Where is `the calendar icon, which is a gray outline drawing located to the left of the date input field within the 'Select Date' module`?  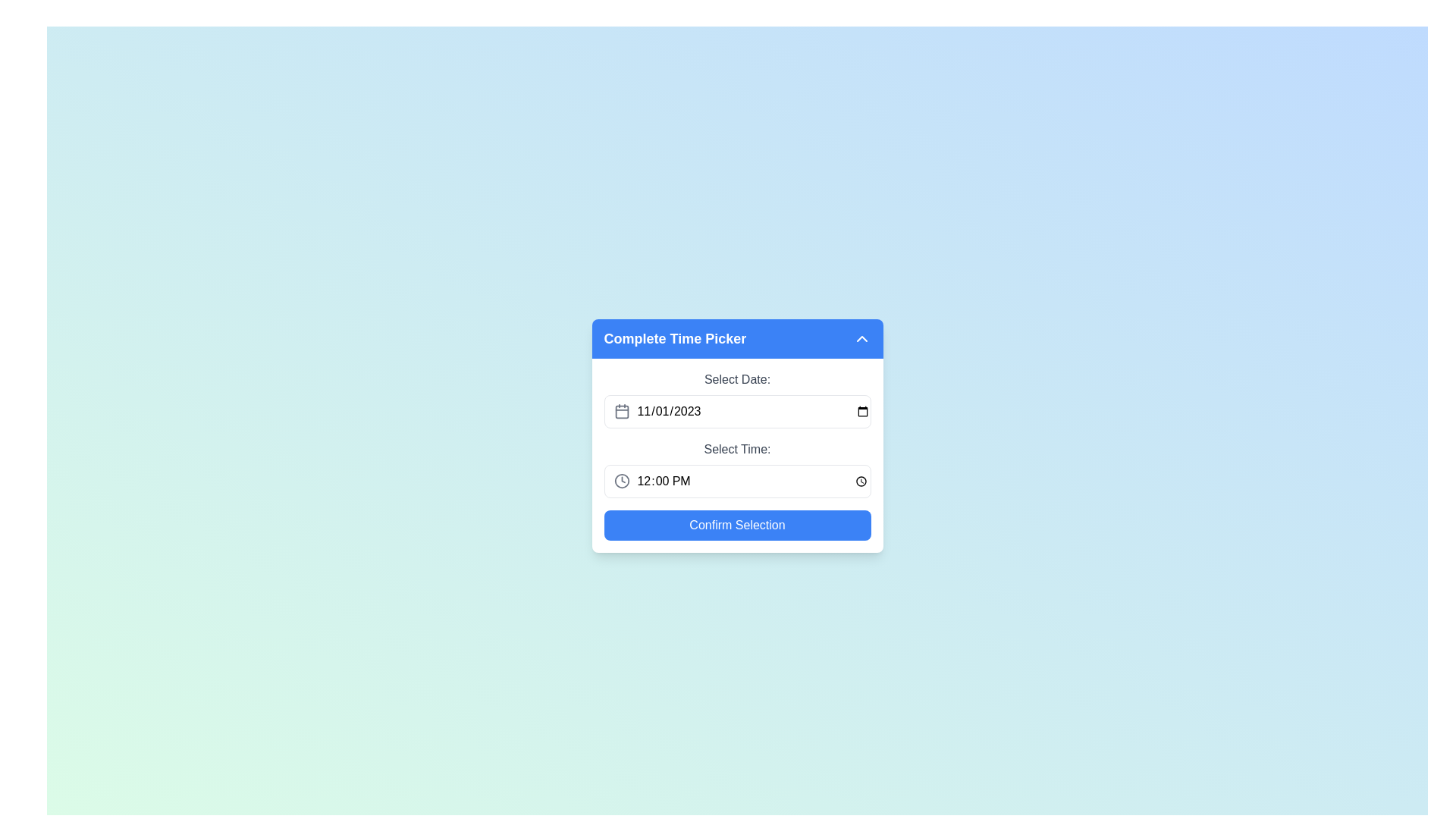
the calendar icon, which is a gray outline drawing located to the left of the date input field within the 'Select Date' module is located at coordinates (622, 412).